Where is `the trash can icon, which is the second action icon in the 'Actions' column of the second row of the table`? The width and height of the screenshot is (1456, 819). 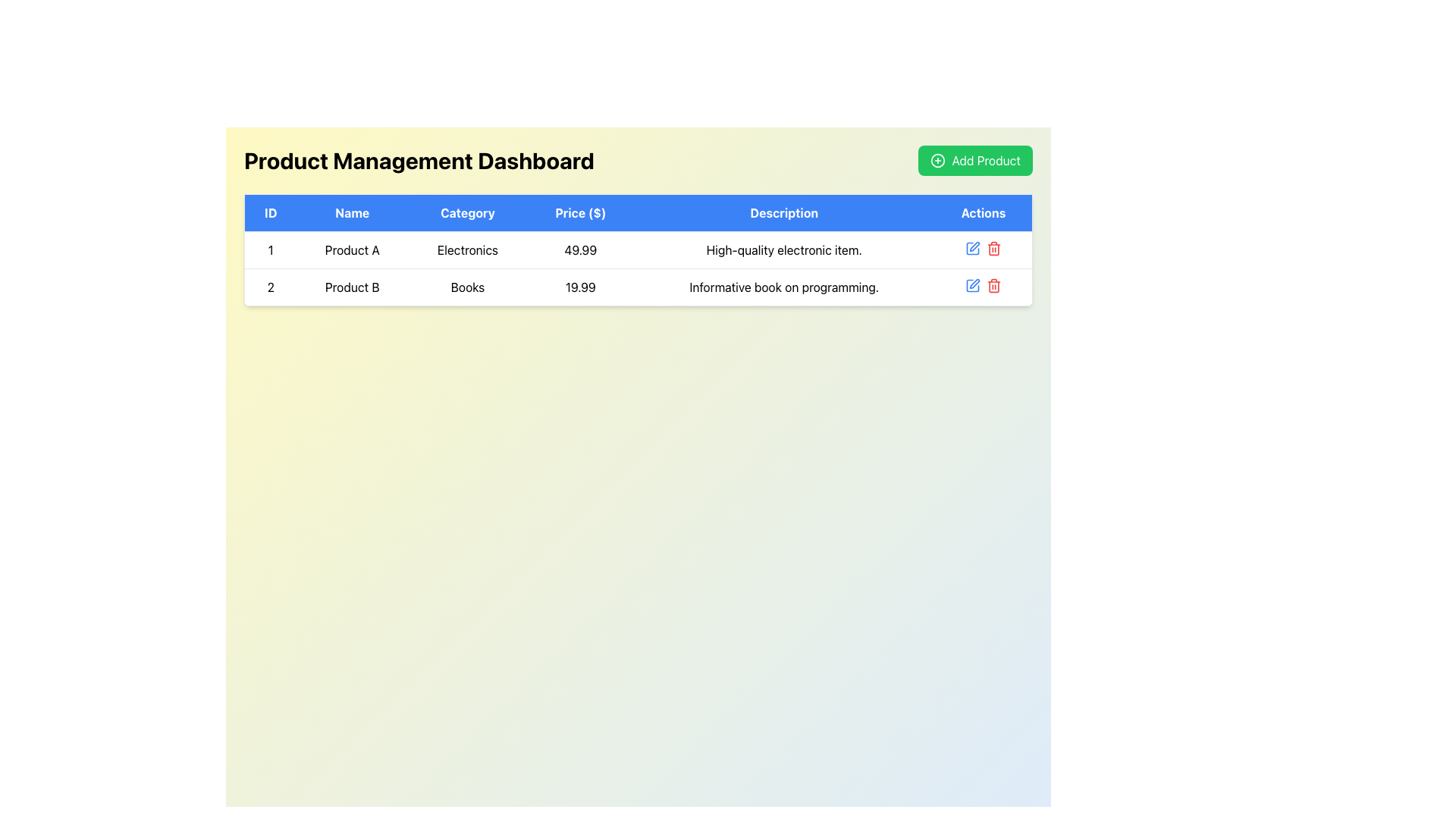 the trash can icon, which is the second action icon in the 'Actions' column of the second row of the table is located at coordinates (993, 287).